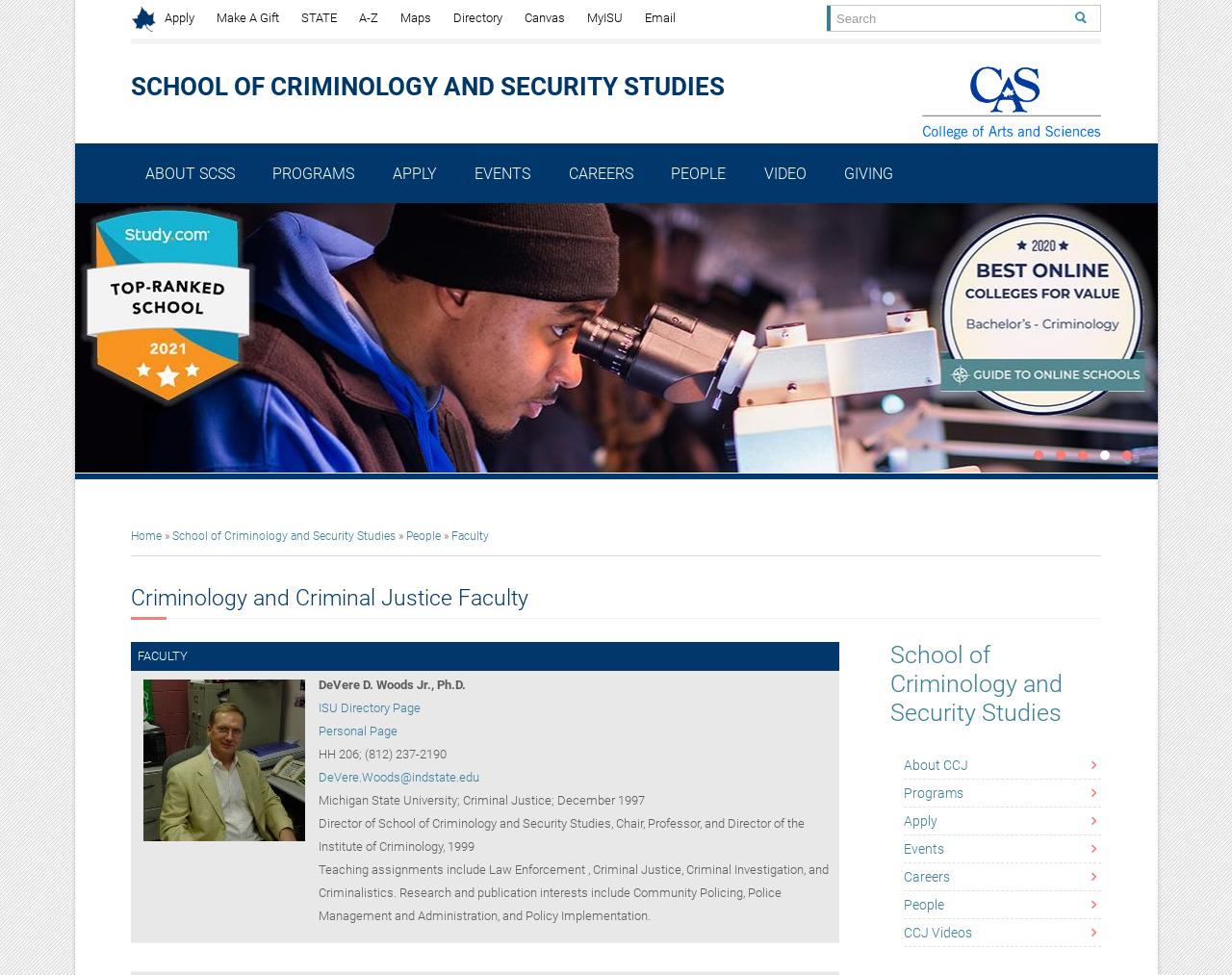 This screenshot has width=1232, height=975. What do you see at coordinates (559, 834) in the screenshot?
I see `'Director of School of Criminology and Security Studies, Chair, Professor, and Director of the Institute of Criminology, 1999'` at bounding box center [559, 834].